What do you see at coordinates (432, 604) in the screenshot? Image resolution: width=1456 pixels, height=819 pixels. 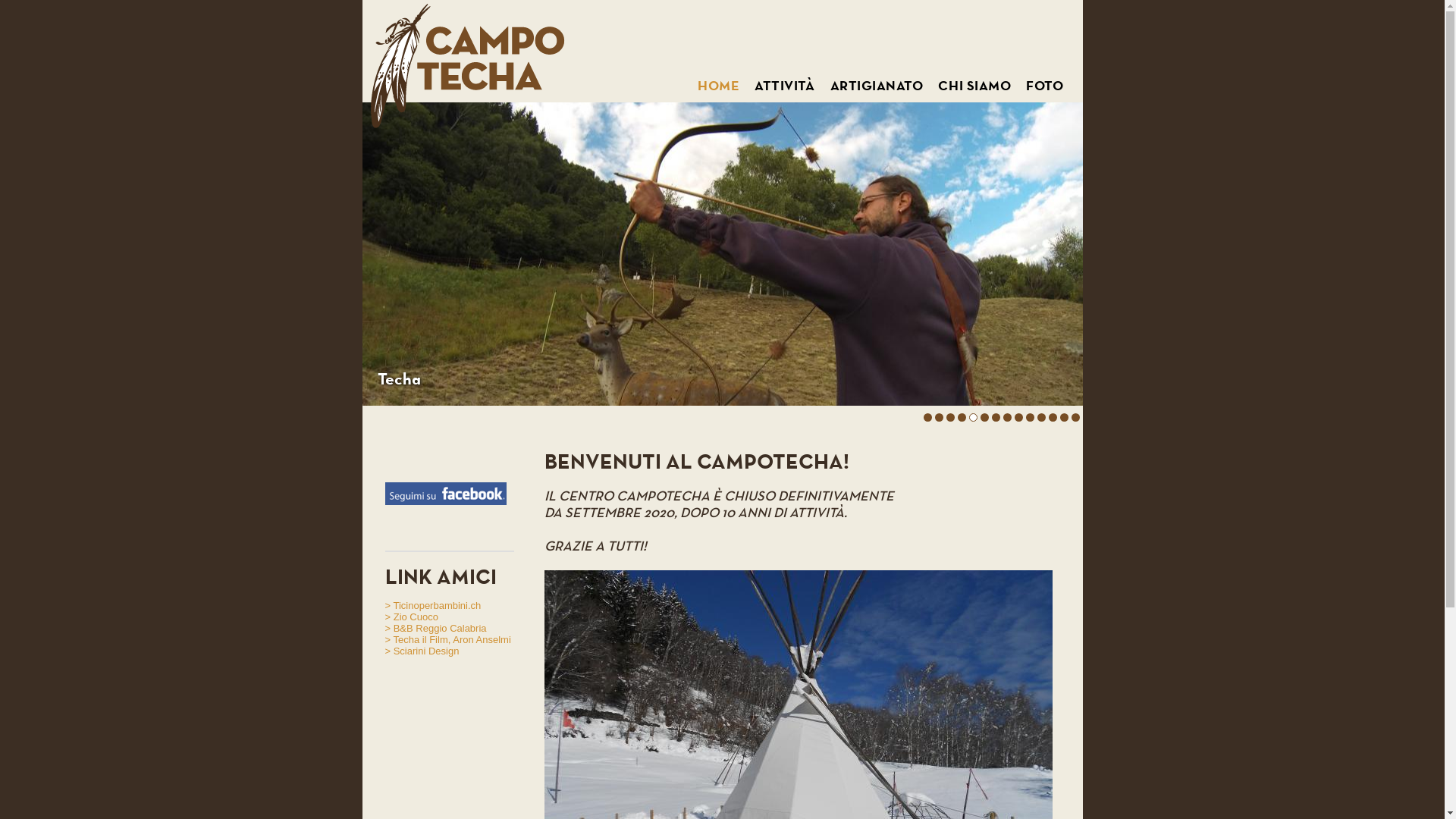 I see `'> Ticinoperbambini.ch'` at bounding box center [432, 604].